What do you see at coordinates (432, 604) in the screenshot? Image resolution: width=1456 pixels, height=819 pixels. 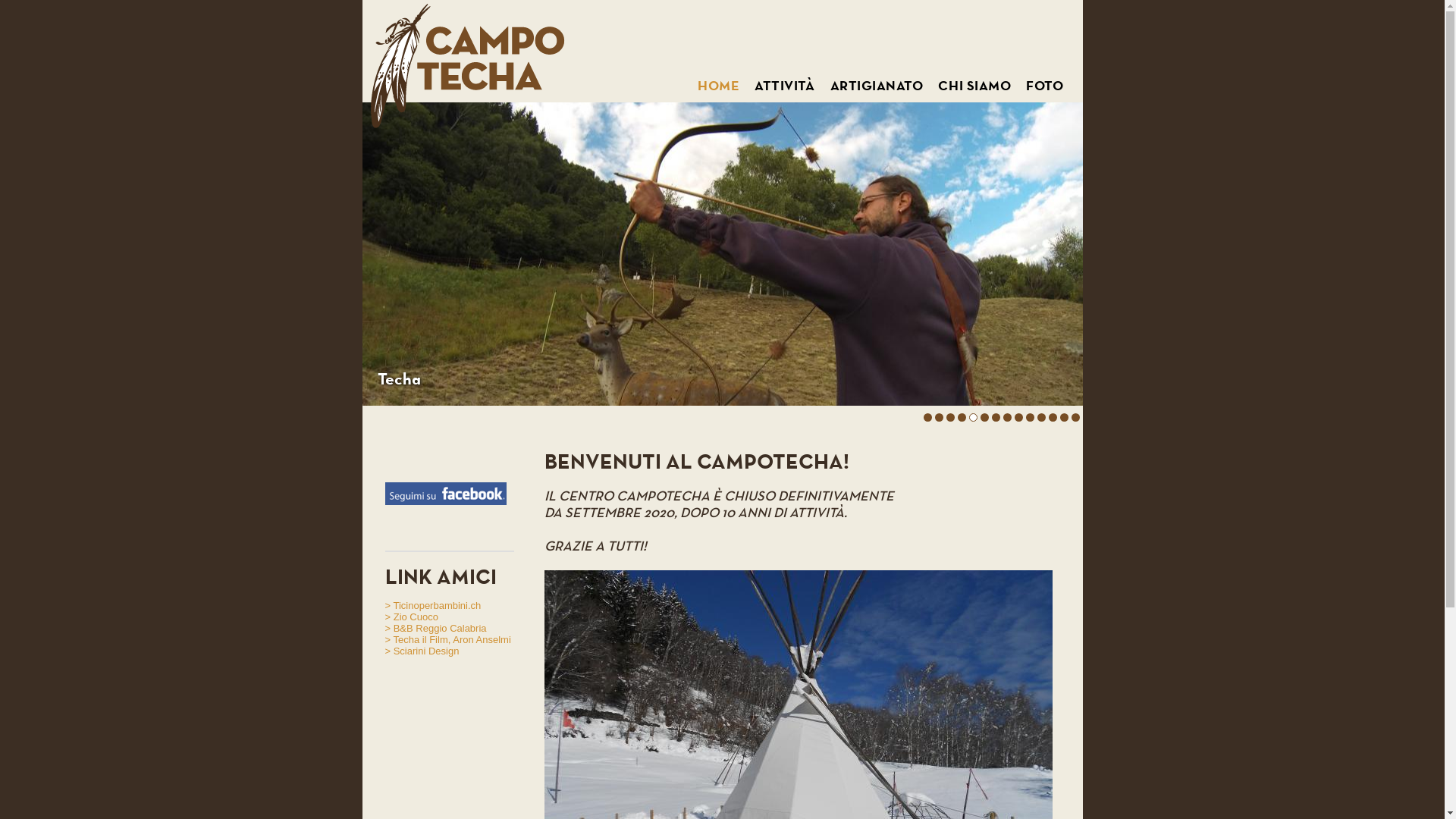 I see `'> Ticinoperbambini.ch'` at bounding box center [432, 604].